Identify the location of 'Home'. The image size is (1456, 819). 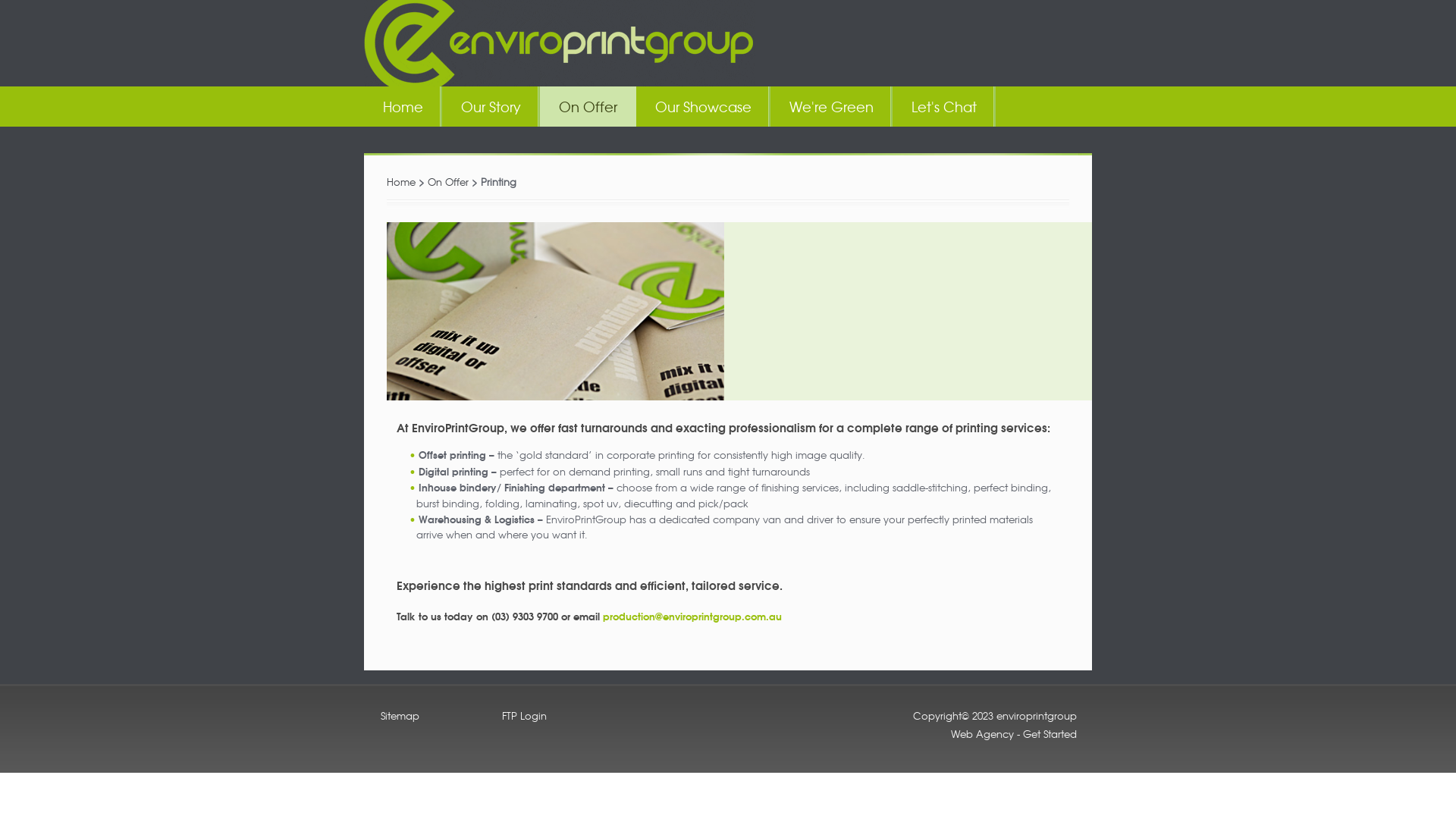
(400, 180).